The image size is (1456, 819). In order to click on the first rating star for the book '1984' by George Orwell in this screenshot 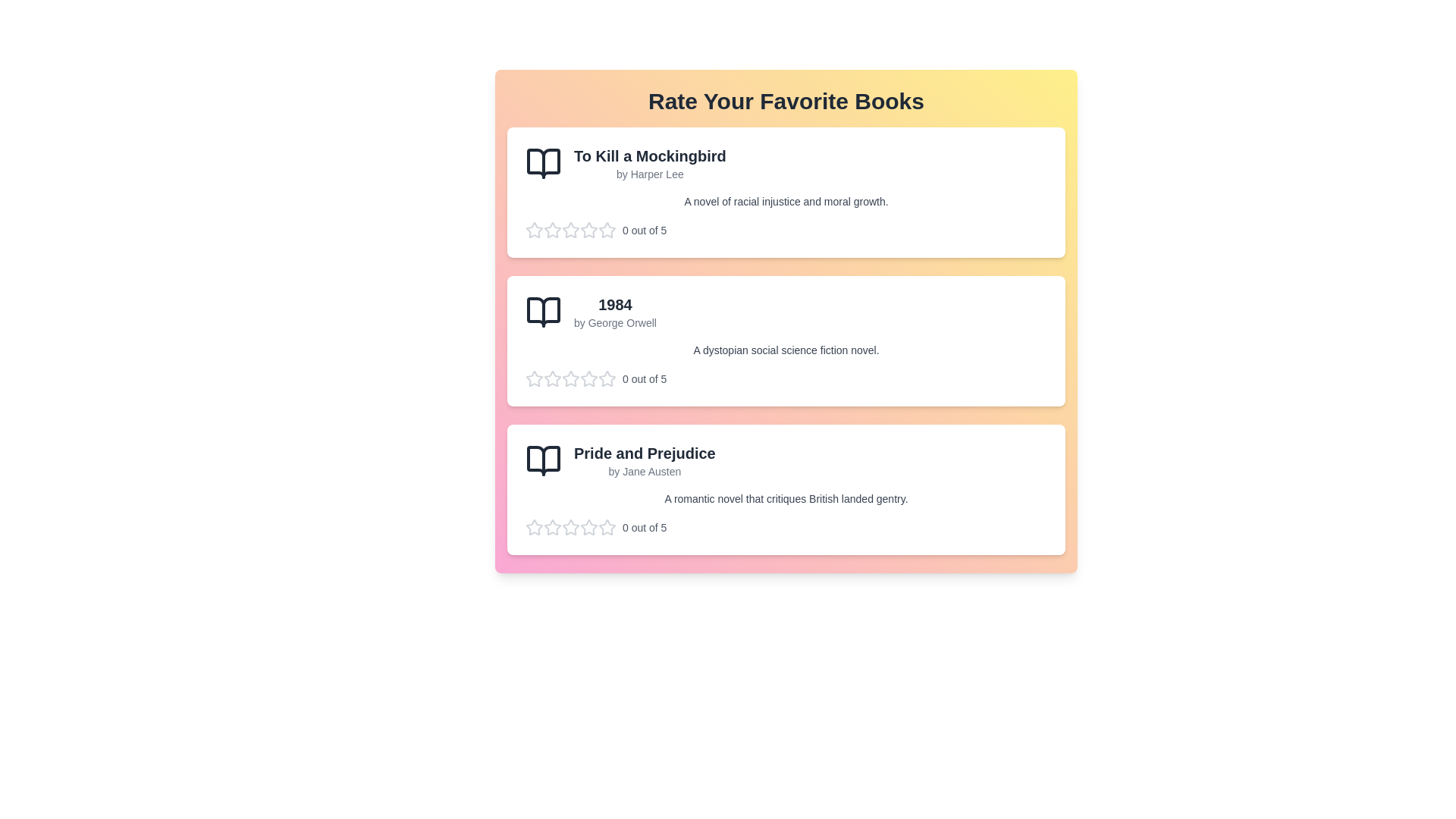, I will do `click(570, 378)`.